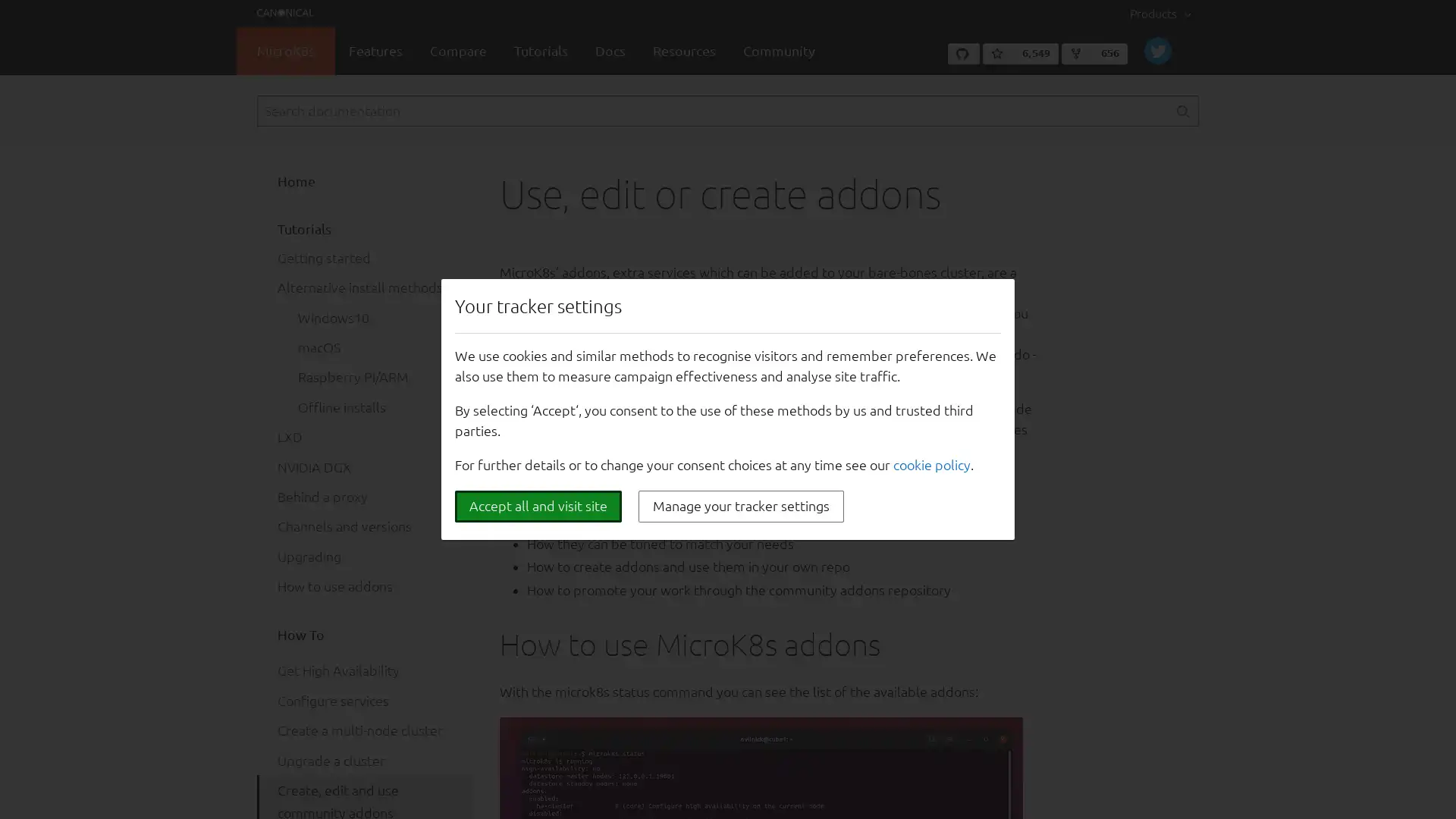 Image resolution: width=1456 pixels, height=819 pixels. What do you see at coordinates (1181, 110) in the screenshot?
I see `Search` at bounding box center [1181, 110].